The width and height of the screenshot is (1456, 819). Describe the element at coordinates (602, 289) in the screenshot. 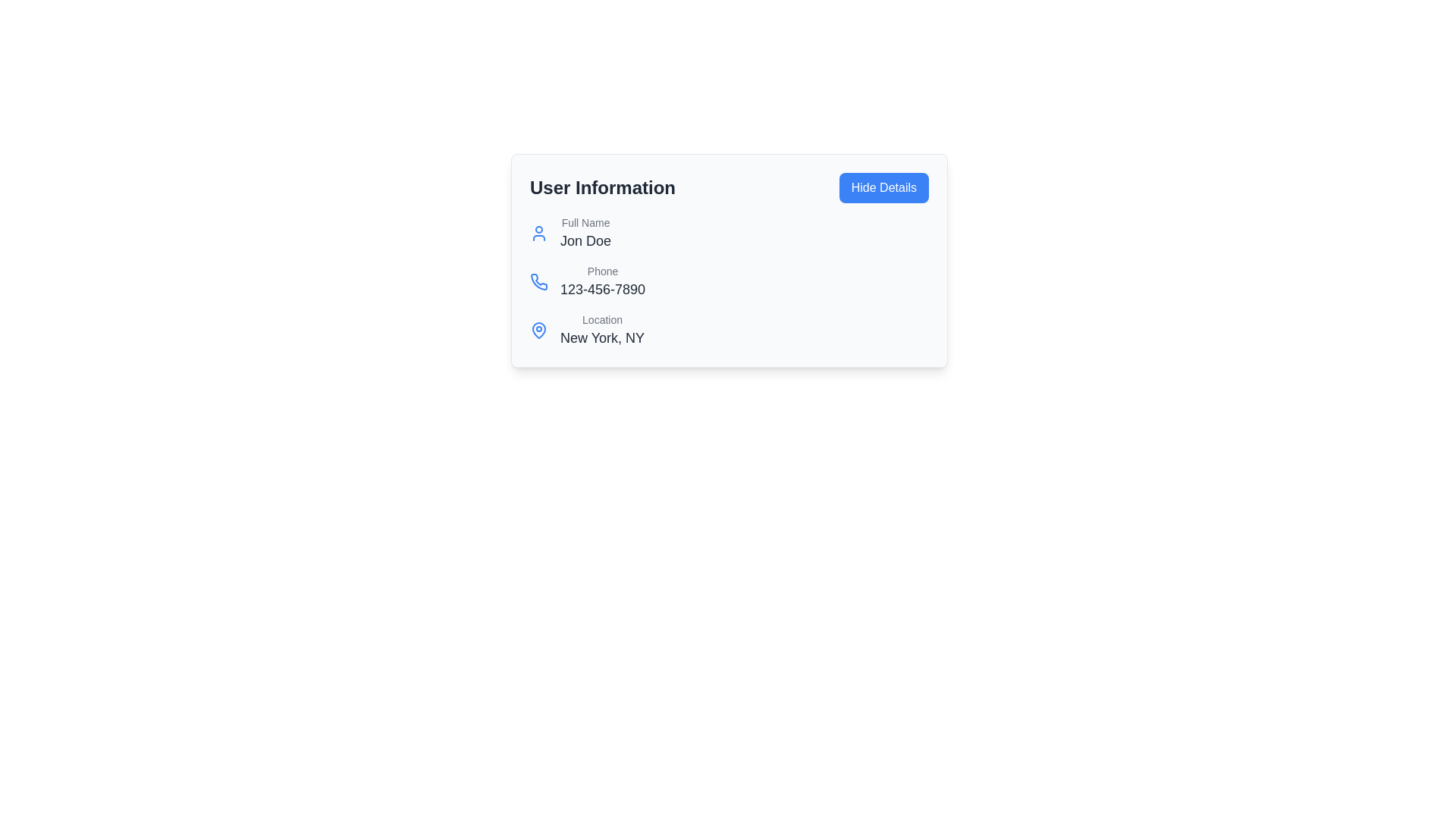

I see `the static text displaying the user's phone number '123-456-7890' in the user profile information section` at that location.